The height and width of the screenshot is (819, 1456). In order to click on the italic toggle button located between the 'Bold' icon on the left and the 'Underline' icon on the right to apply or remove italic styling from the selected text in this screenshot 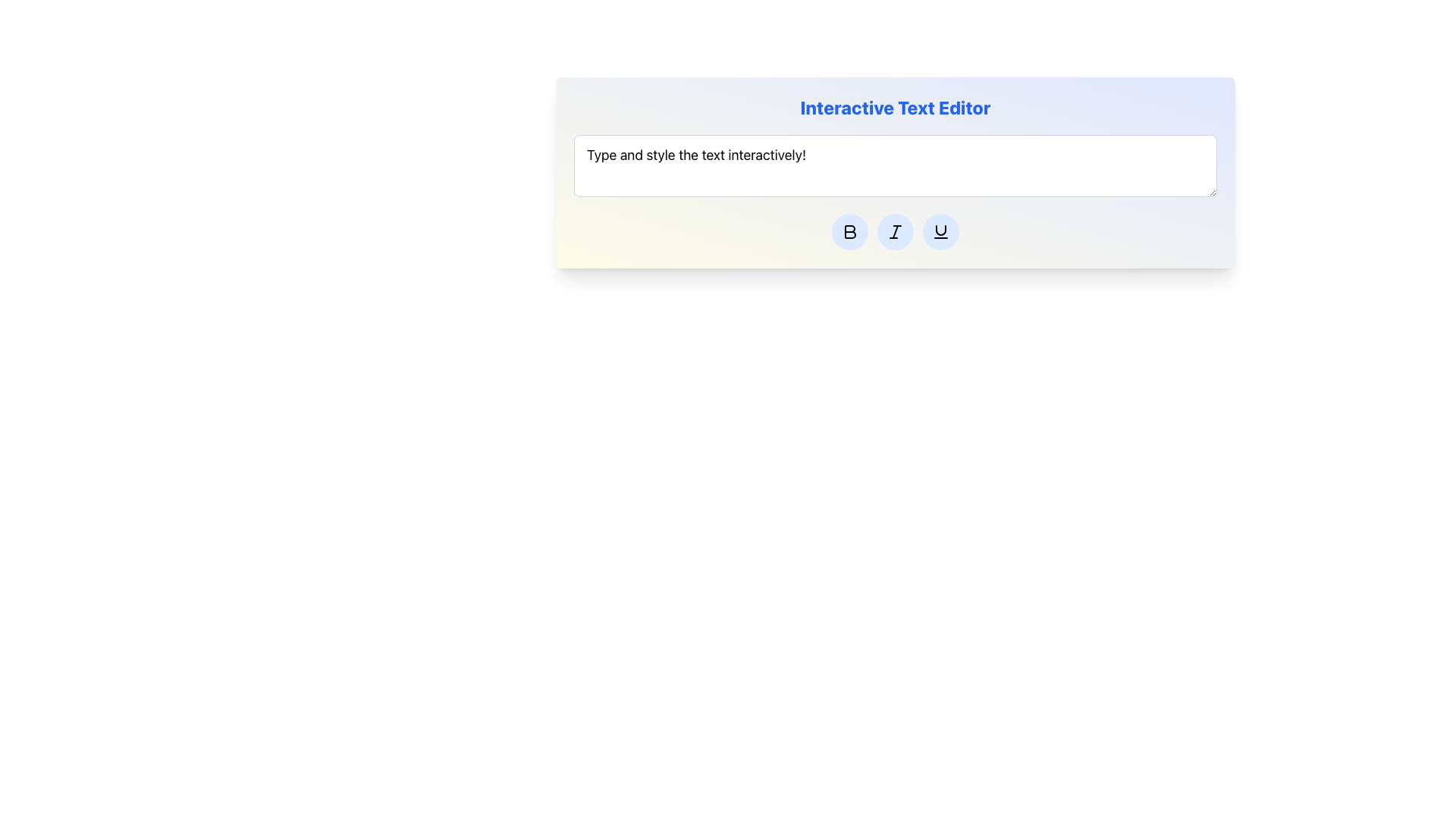, I will do `click(895, 231)`.